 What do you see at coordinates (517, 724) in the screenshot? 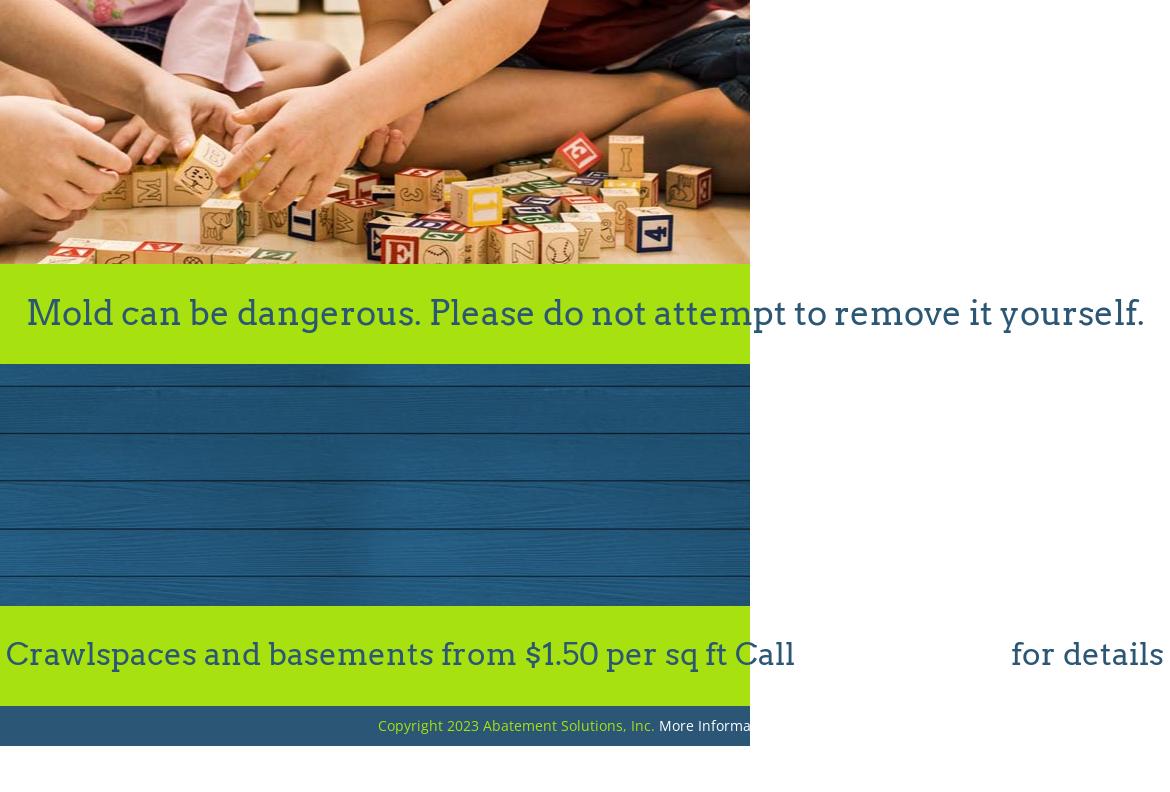
I see `'Copyright 2023 Abatement Solutions, Inc.'` at bounding box center [517, 724].